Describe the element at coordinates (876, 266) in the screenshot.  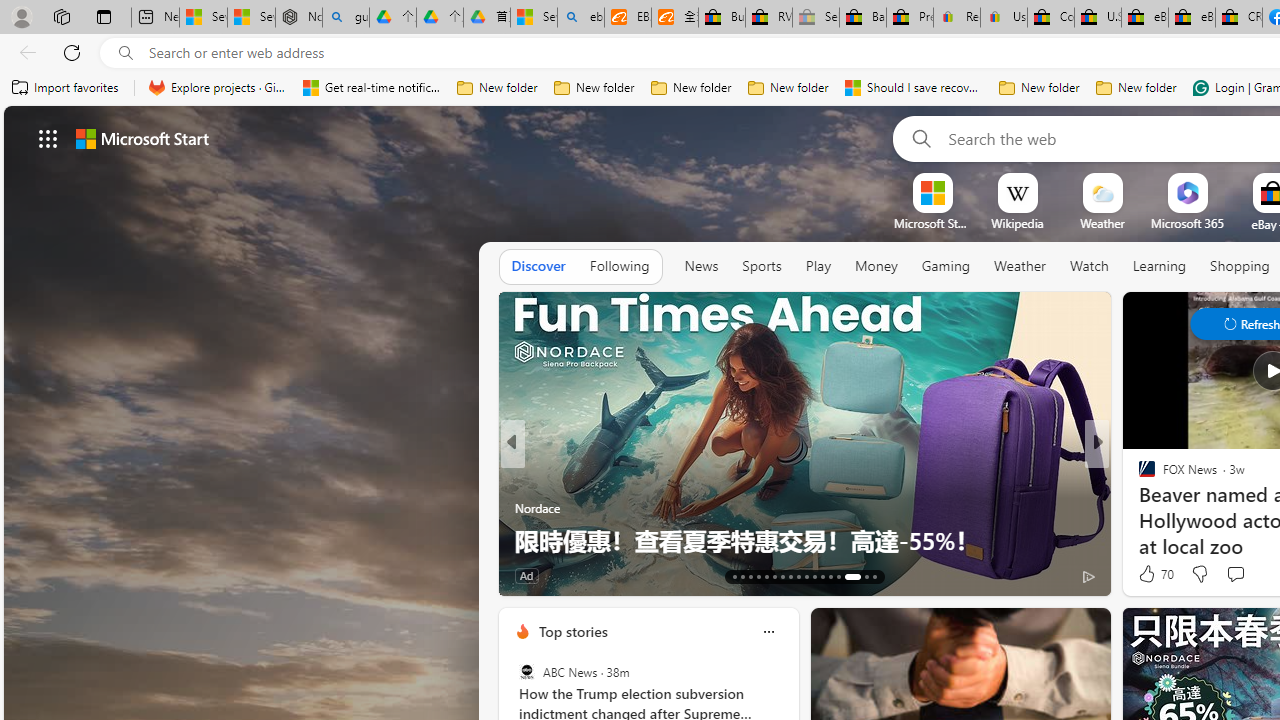
I see `'Money'` at that location.